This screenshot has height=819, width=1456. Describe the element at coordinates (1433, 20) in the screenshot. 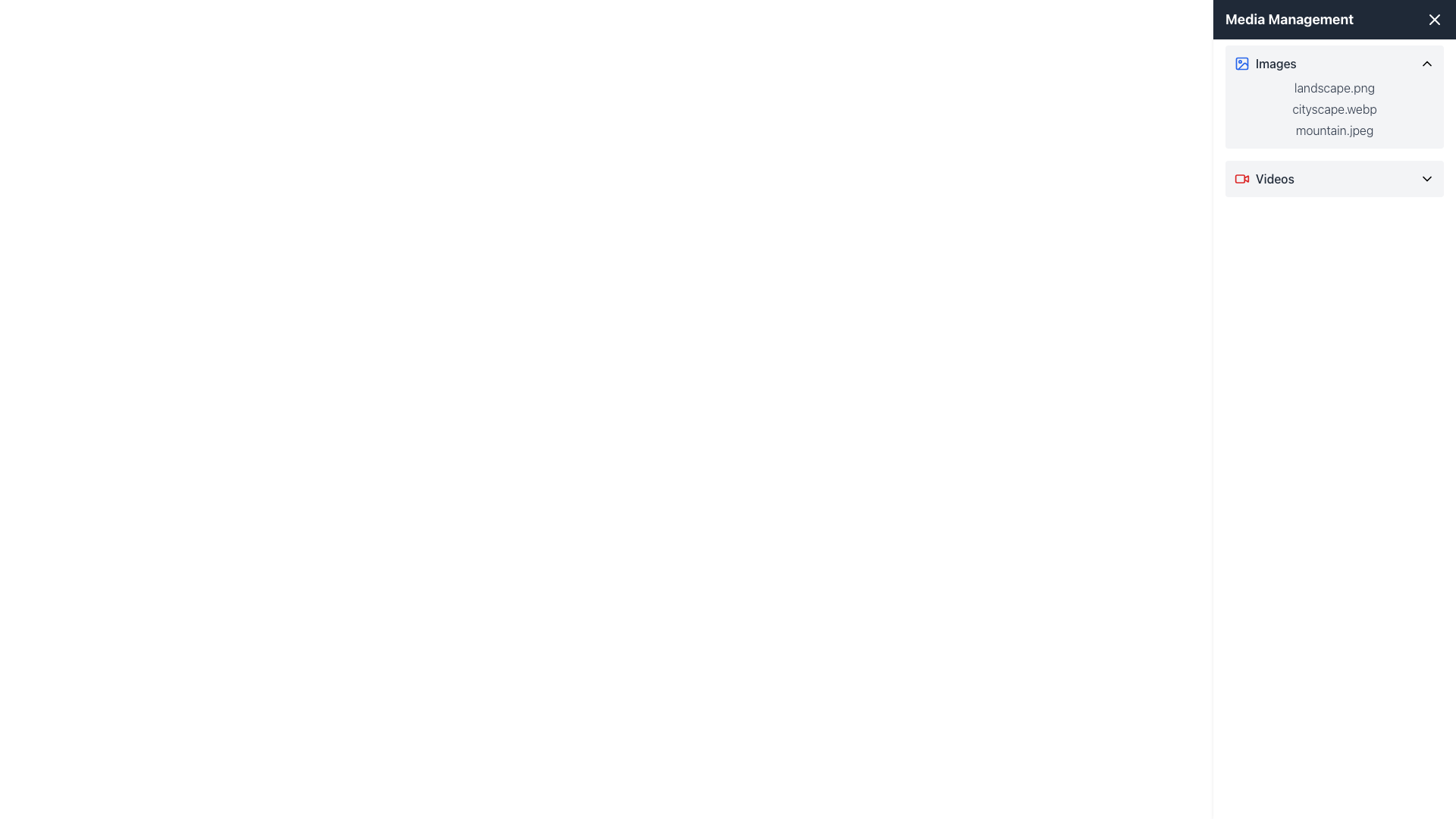

I see `the close button represented by an 'X' icon, located in the top-right corner of the 'Media Management' header bar` at that location.